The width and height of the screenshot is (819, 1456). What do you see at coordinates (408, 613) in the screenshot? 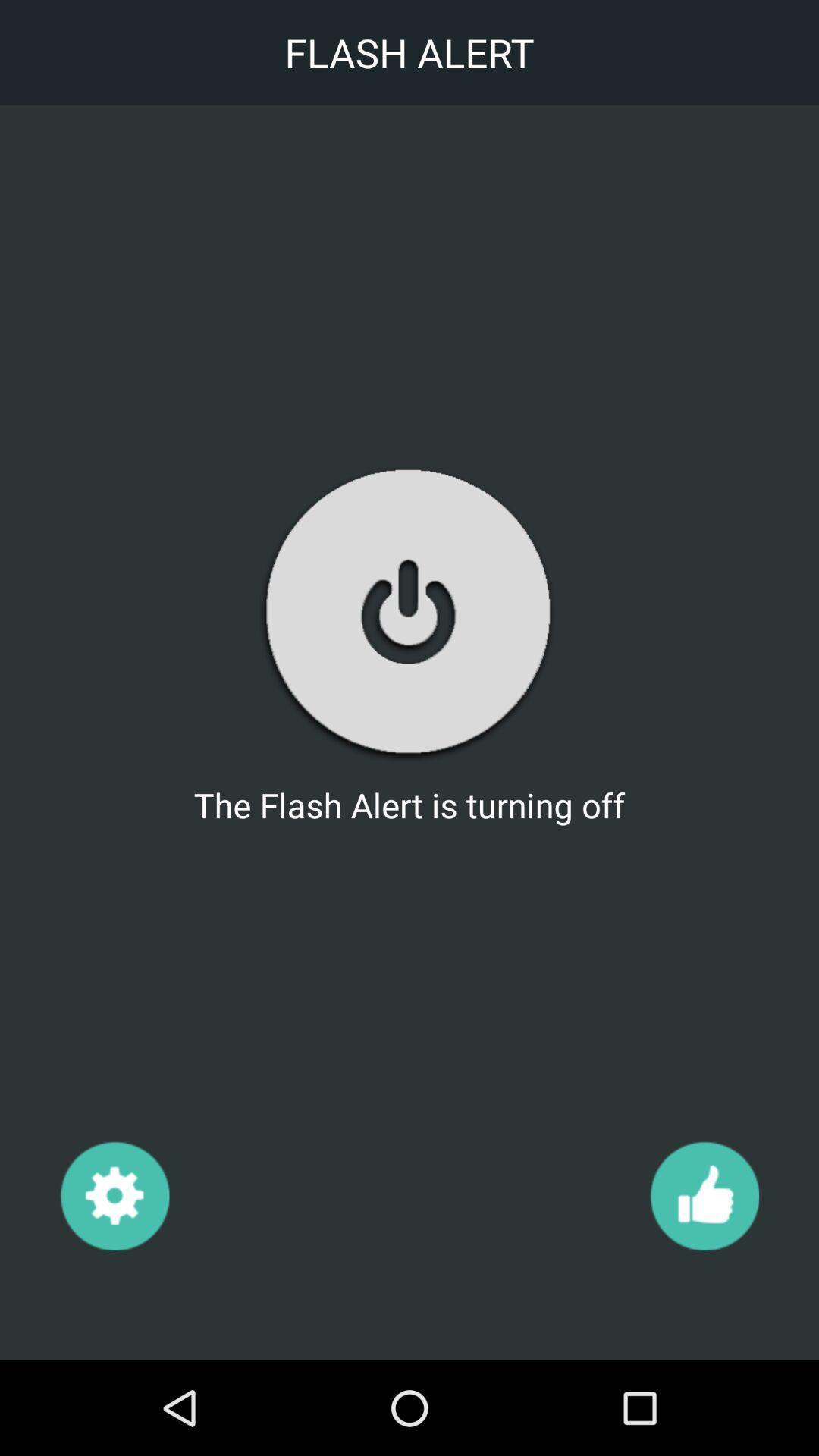
I see `power off` at bounding box center [408, 613].